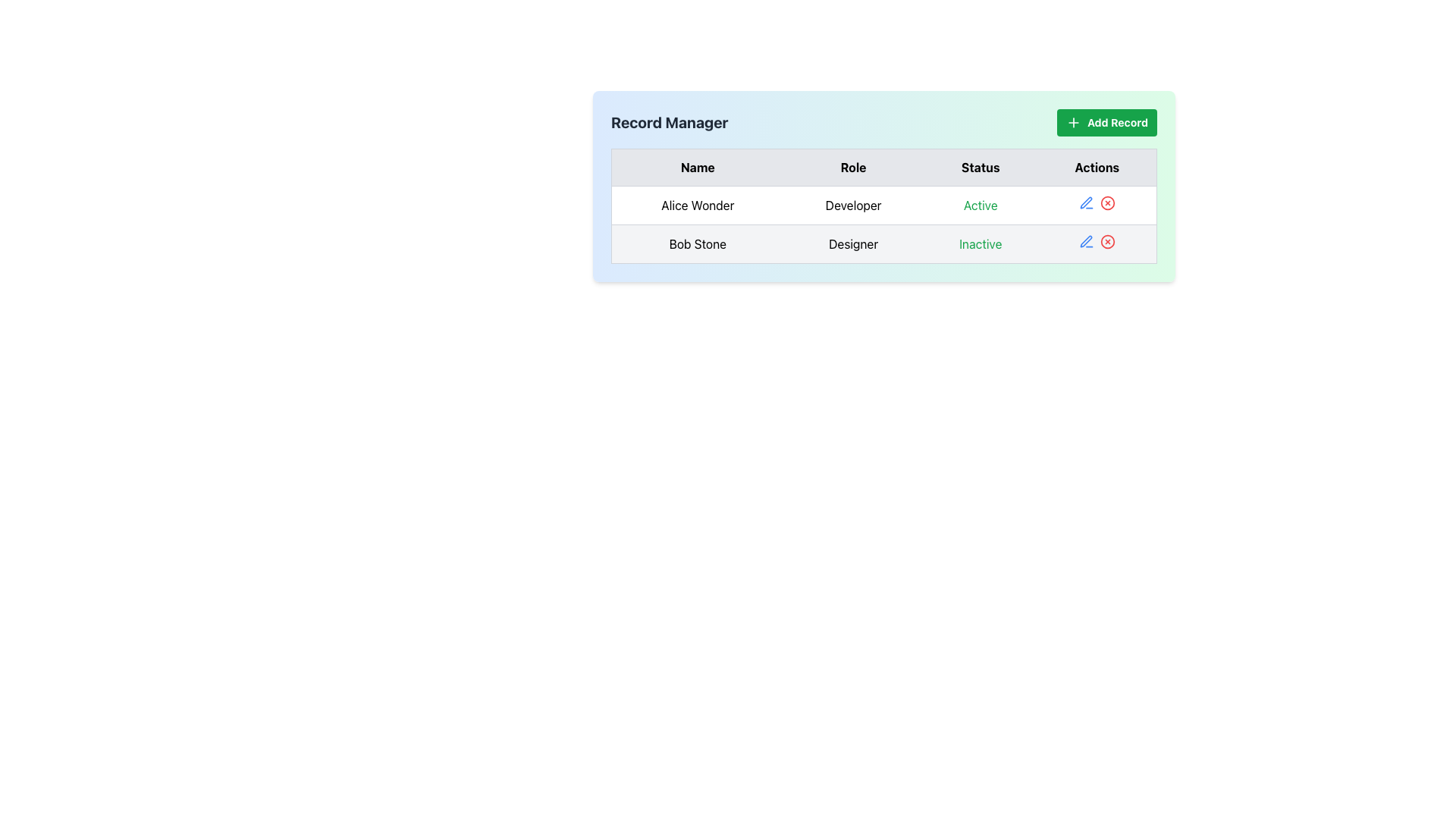 Image resolution: width=1456 pixels, height=819 pixels. I want to click on the 'edit' button located in the 'Actions' section of the second row of the data table to initiate the editing action, so click(1085, 202).